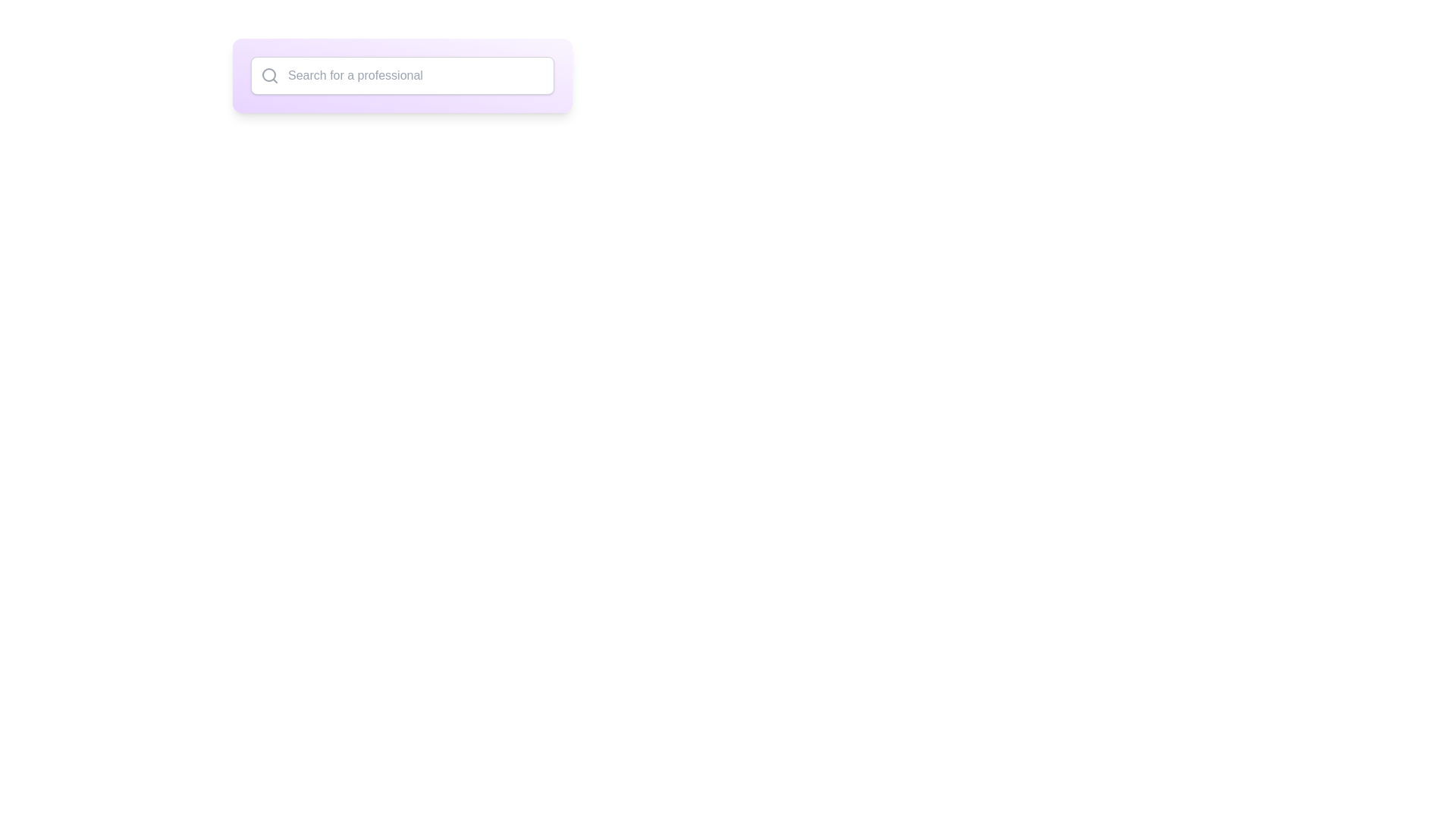 This screenshot has height=819, width=1456. Describe the element at coordinates (269, 75) in the screenshot. I see `the inner circular part of the graphical search icon, which is positioned near the top-left of the page layout` at that location.